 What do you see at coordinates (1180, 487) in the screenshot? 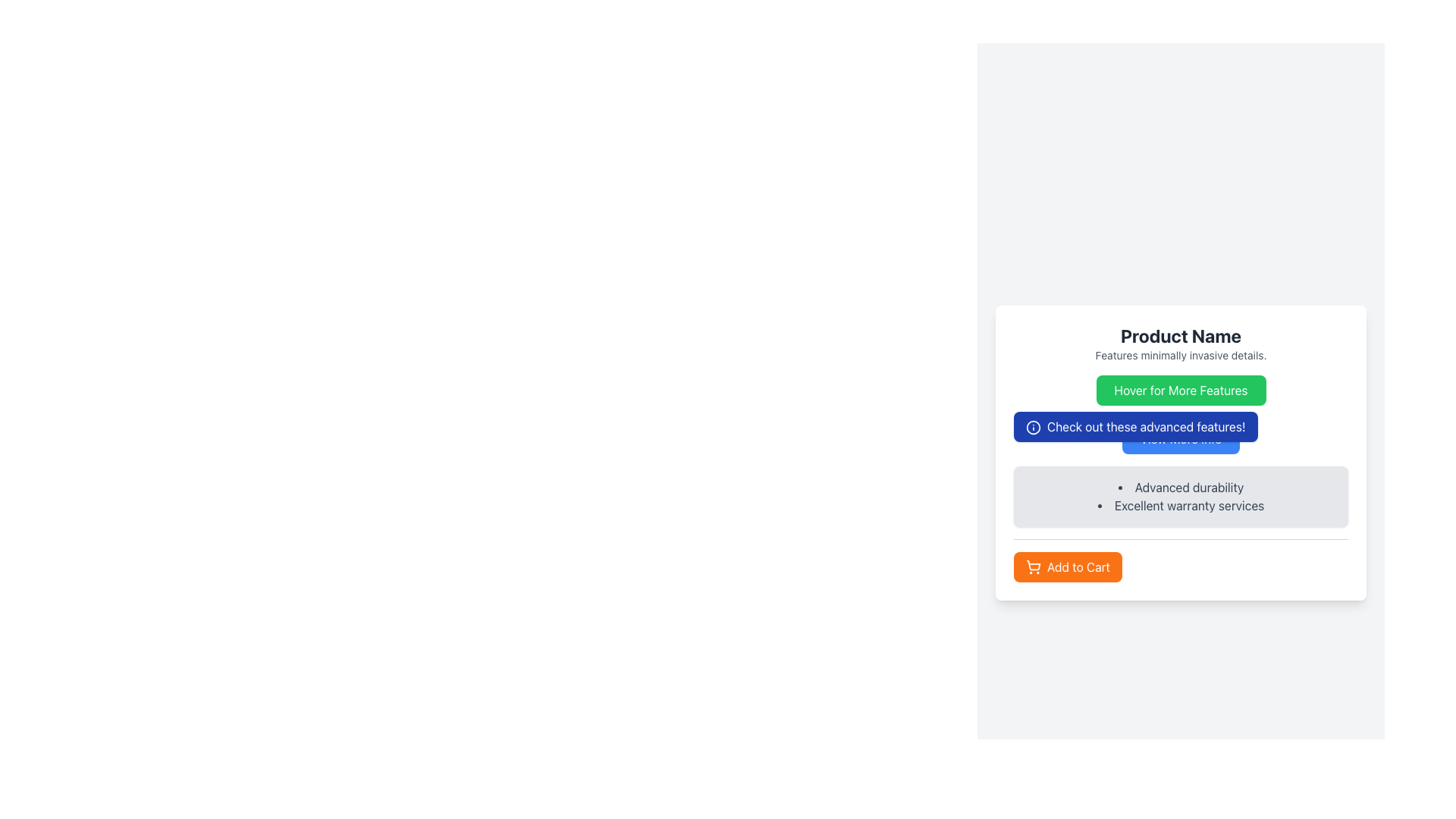
I see `the static text element reading 'Advanced durability' which is the first item in a bullet-pointed list, located in the middle section of a card-like structure` at bounding box center [1180, 487].